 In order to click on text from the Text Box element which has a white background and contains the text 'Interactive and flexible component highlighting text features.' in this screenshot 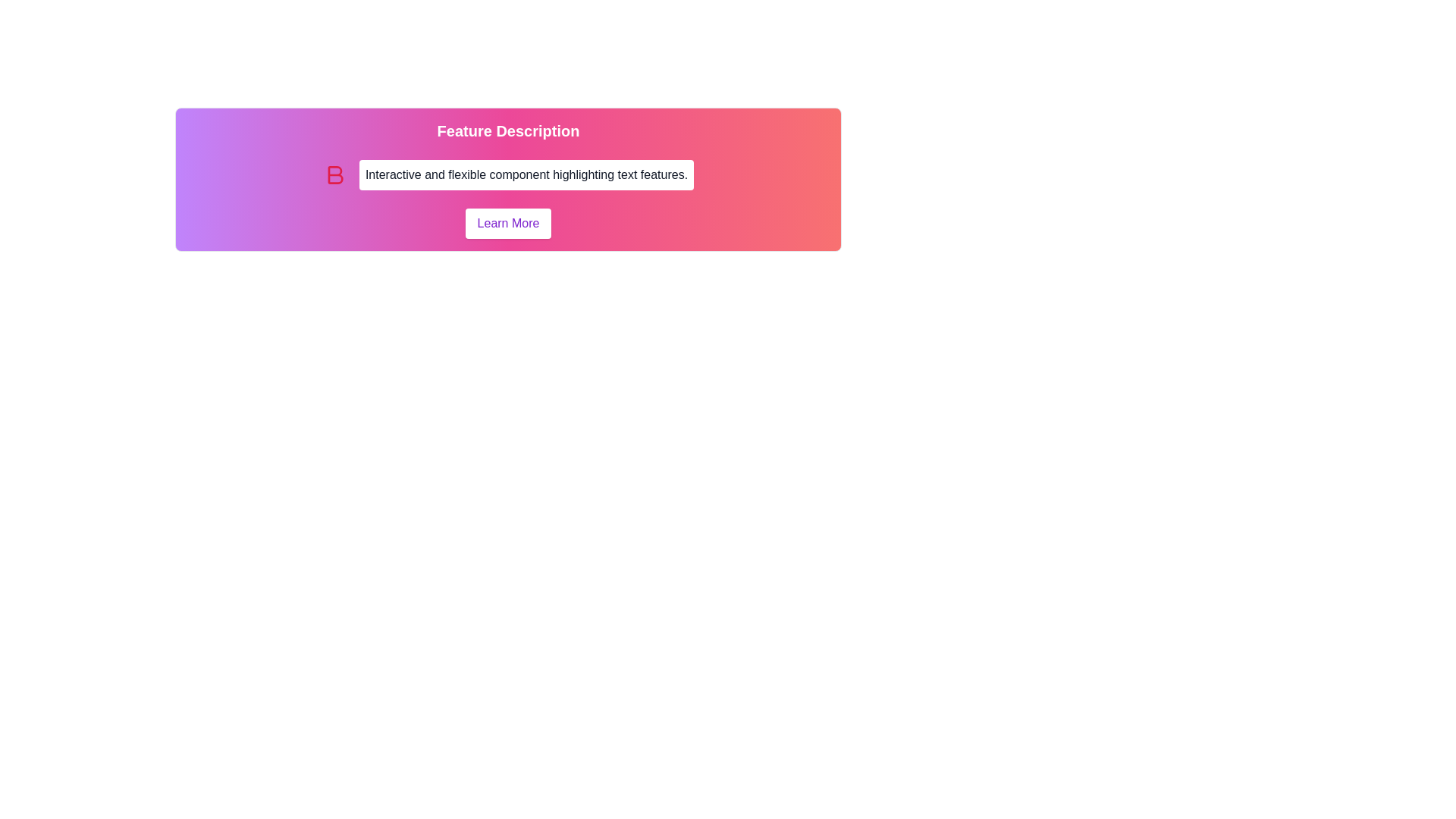, I will do `click(526, 174)`.